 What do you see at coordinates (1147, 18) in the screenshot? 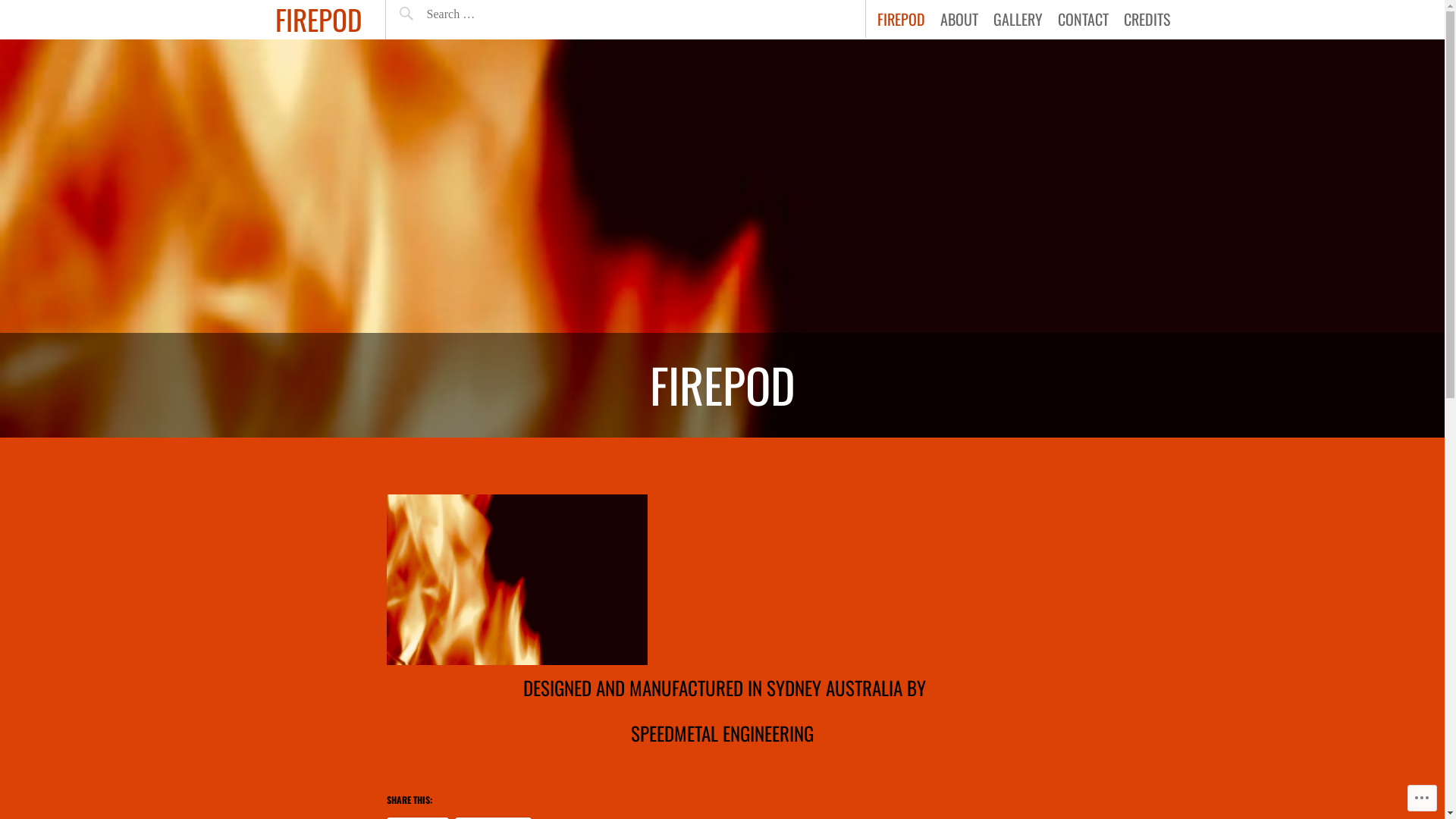
I see `'CREDITS'` at bounding box center [1147, 18].